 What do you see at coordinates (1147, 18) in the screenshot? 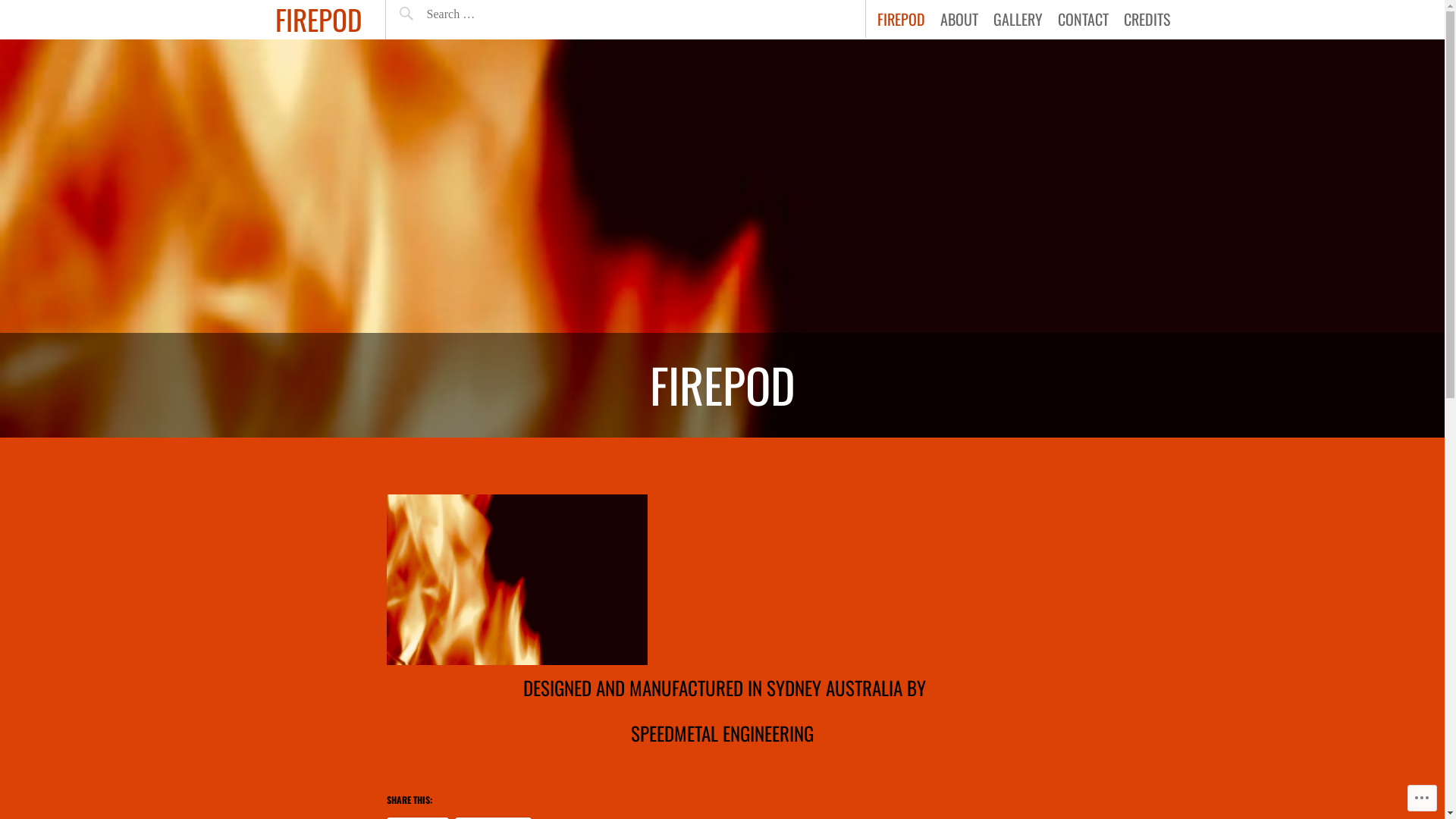
I see `'CREDITS'` at bounding box center [1147, 18].